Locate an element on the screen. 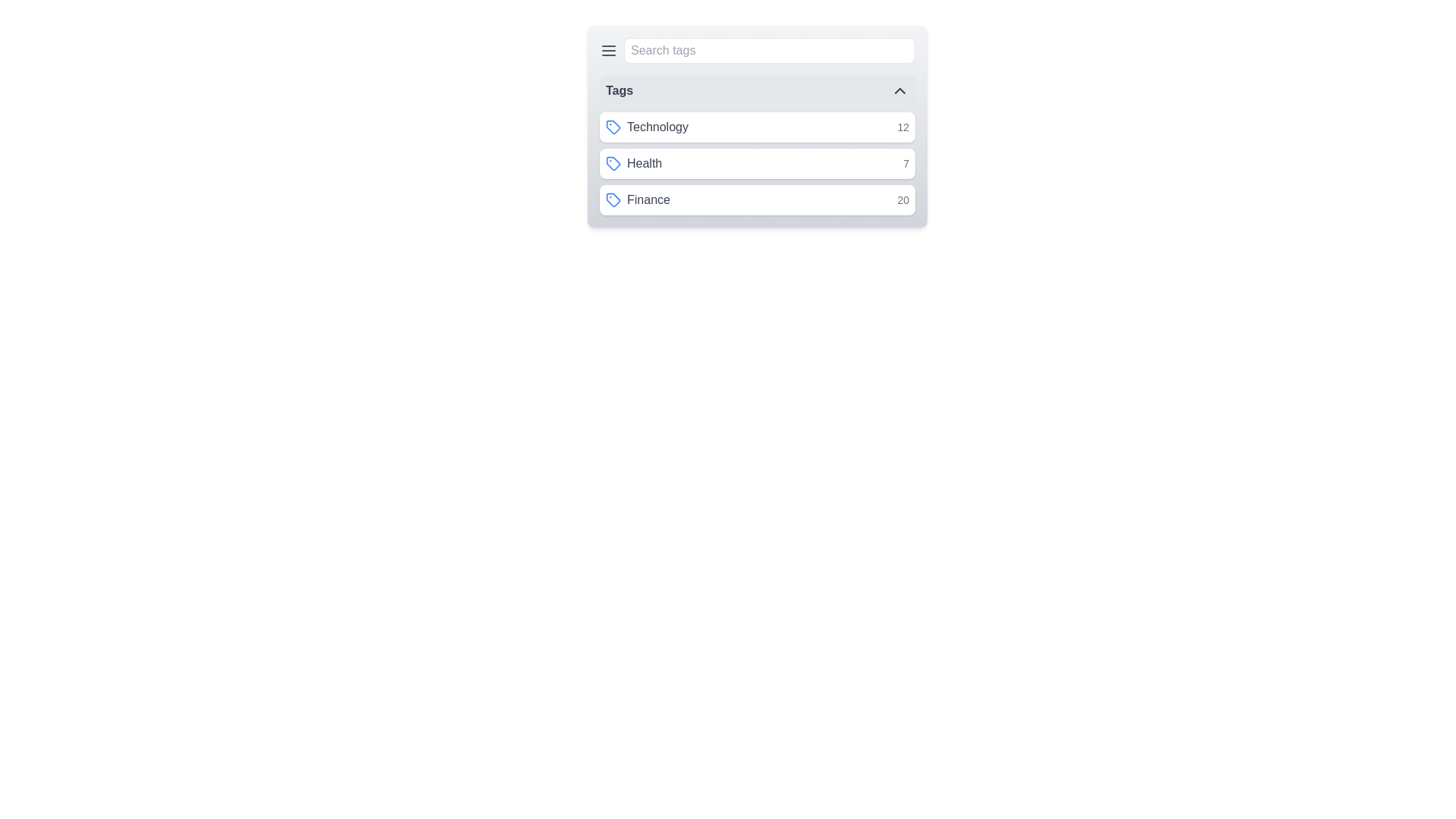 Image resolution: width=1456 pixels, height=819 pixels. the tag Finance from the list is located at coordinates (757, 199).